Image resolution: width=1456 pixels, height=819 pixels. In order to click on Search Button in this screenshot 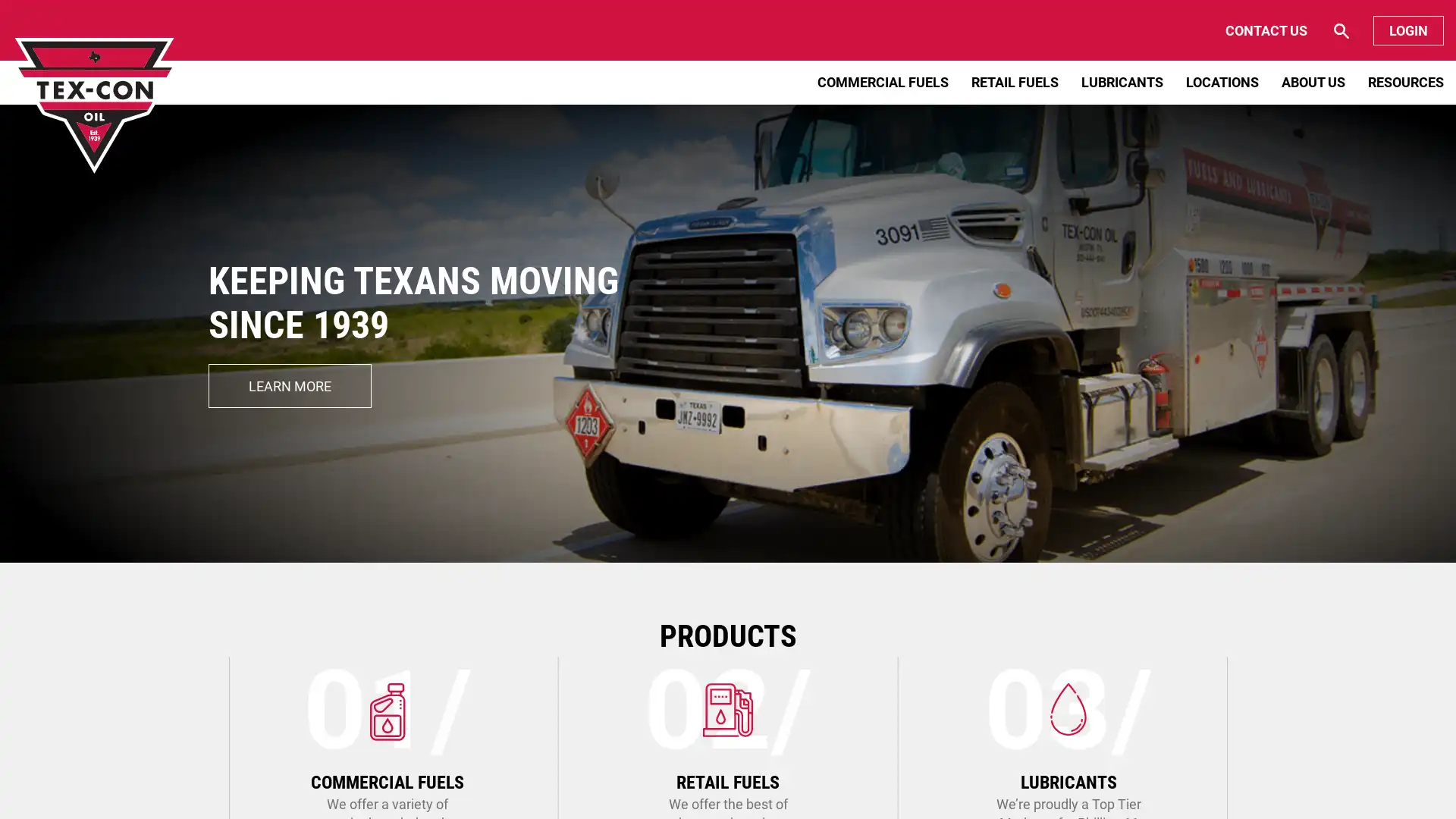, I will do `click(1279, 30)`.